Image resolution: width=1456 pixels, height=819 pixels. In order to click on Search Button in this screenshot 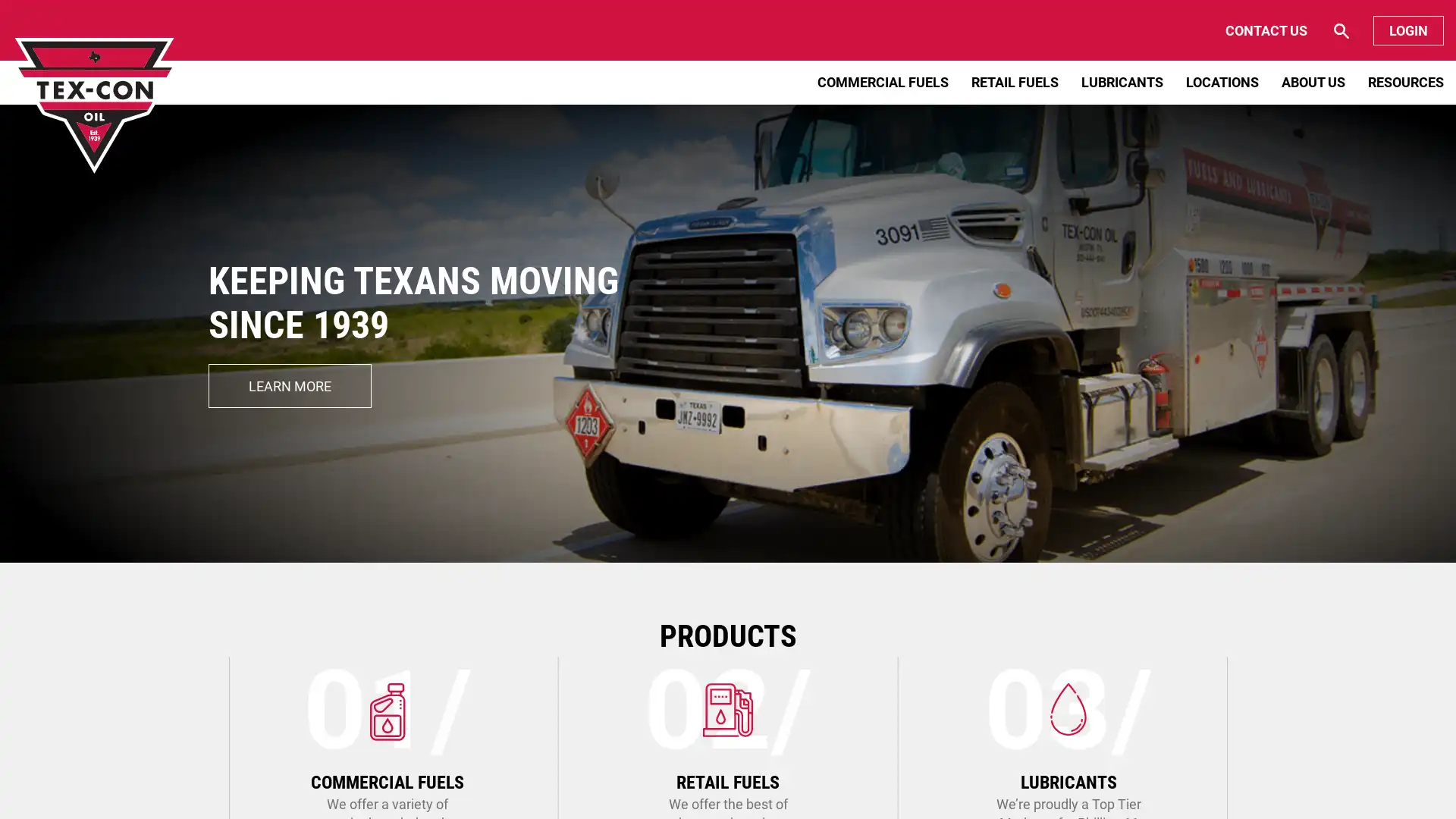, I will do `click(1279, 30)`.